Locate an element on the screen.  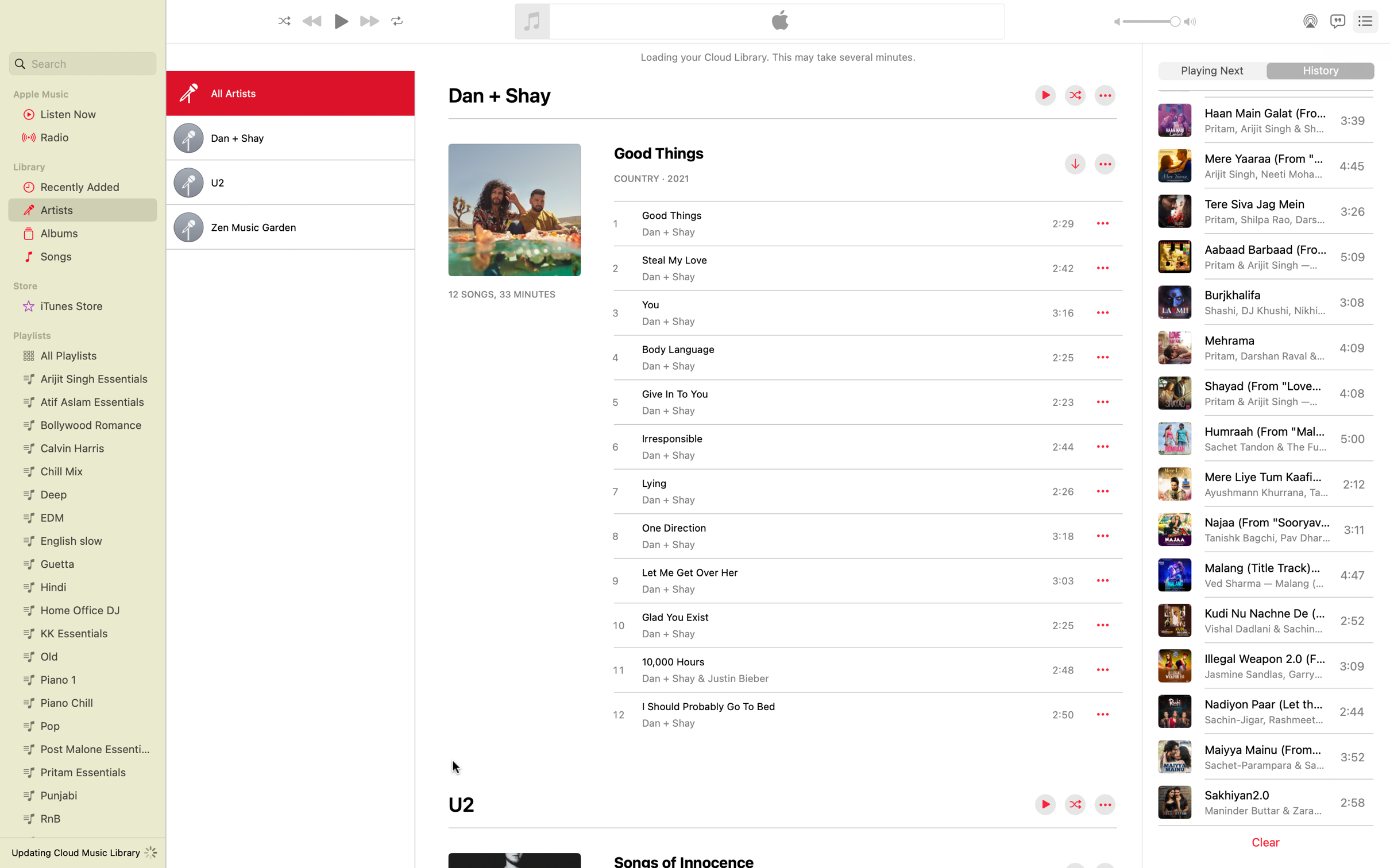
Execute the song named irresponsible is located at coordinates (841, 446).